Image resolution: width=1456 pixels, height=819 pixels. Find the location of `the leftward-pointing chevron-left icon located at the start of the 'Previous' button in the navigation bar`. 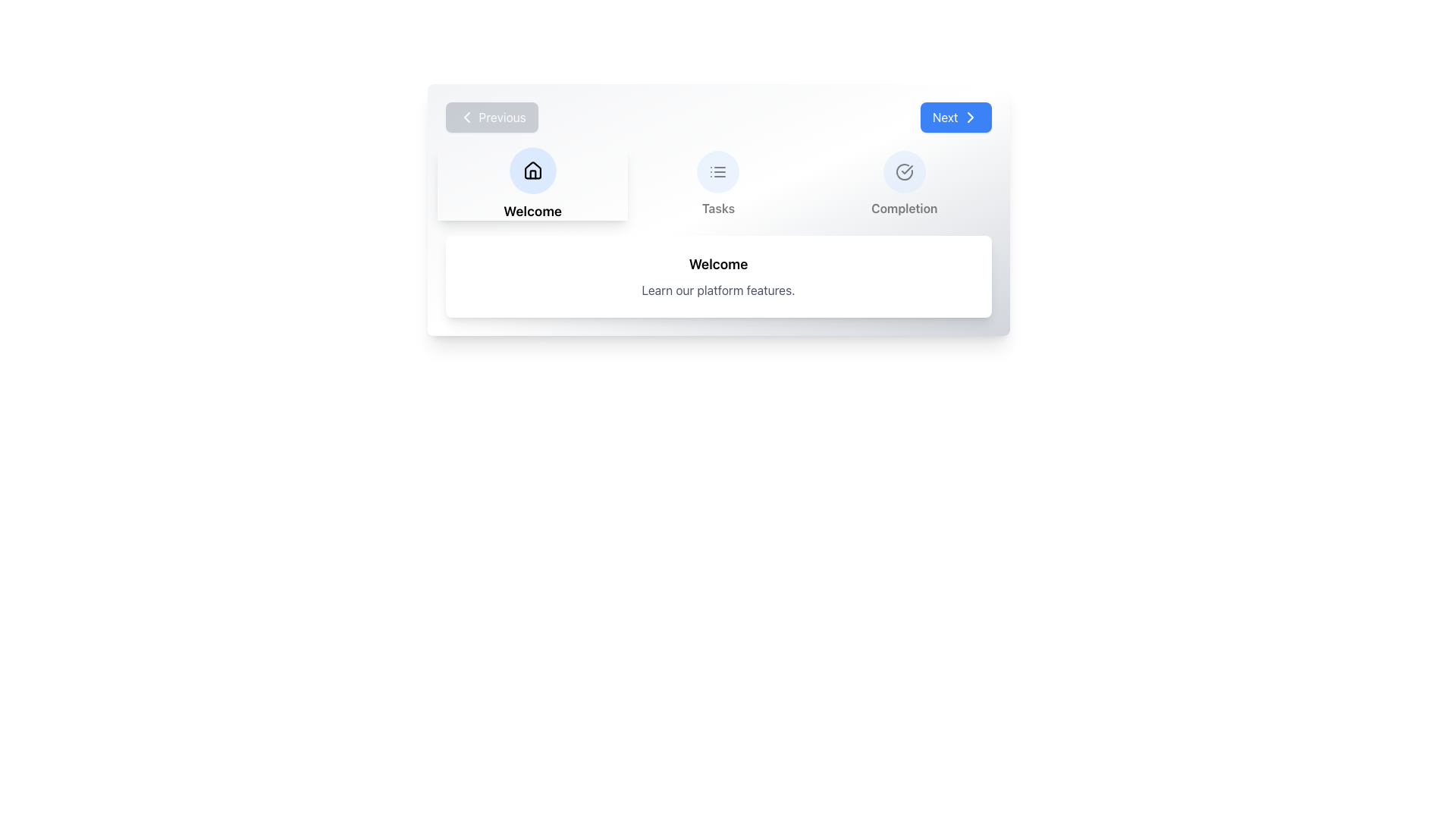

the leftward-pointing chevron-left icon located at the start of the 'Previous' button in the navigation bar is located at coordinates (466, 116).